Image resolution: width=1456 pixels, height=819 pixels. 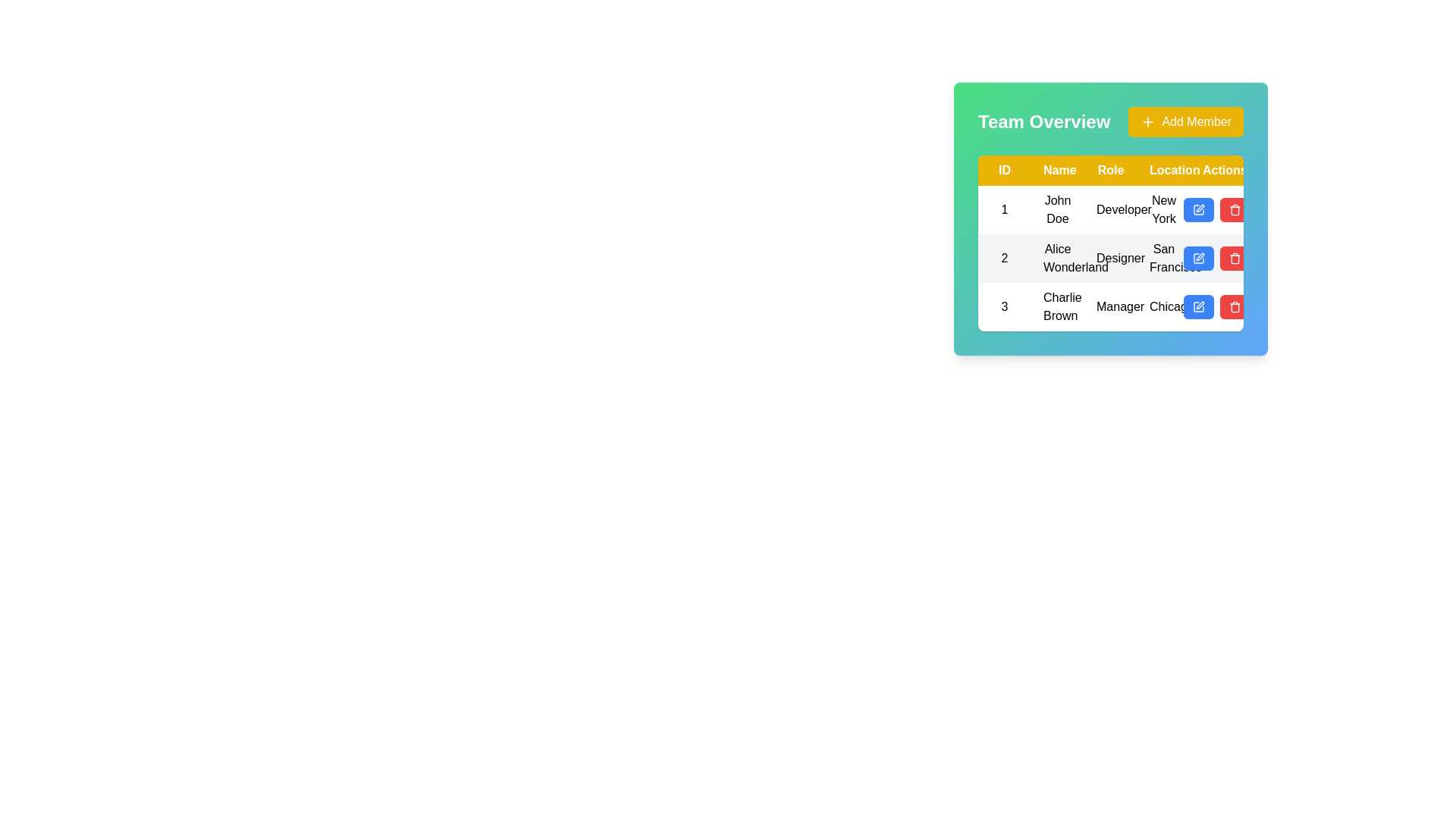 I want to click on the edit button located in the actions column of the last row of the data table to initiate editing, so click(x=1197, y=307).